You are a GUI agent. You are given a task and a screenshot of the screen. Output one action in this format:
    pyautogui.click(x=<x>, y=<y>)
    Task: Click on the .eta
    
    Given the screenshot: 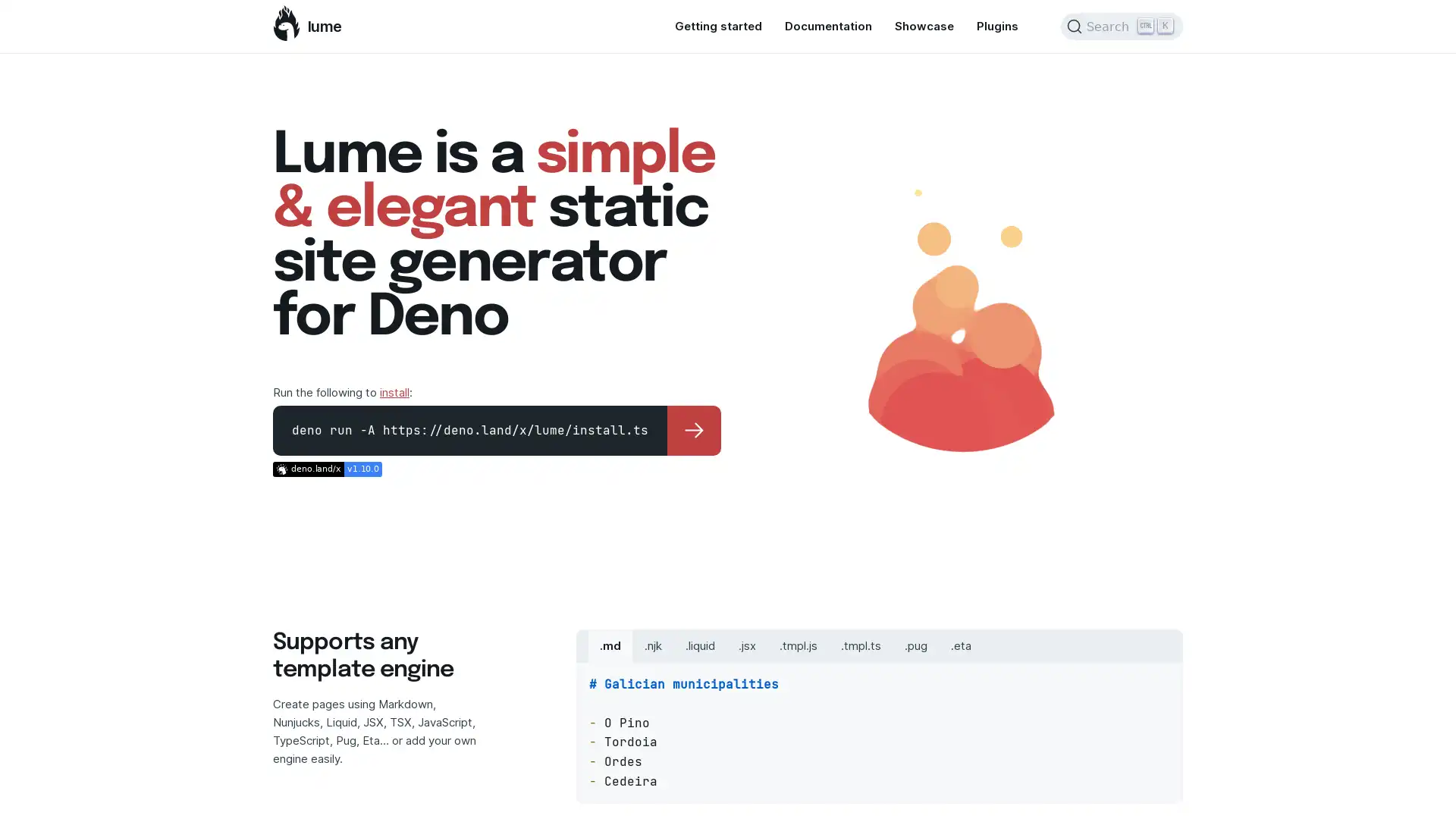 What is the action you would take?
    pyautogui.click(x=960, y=645)
    